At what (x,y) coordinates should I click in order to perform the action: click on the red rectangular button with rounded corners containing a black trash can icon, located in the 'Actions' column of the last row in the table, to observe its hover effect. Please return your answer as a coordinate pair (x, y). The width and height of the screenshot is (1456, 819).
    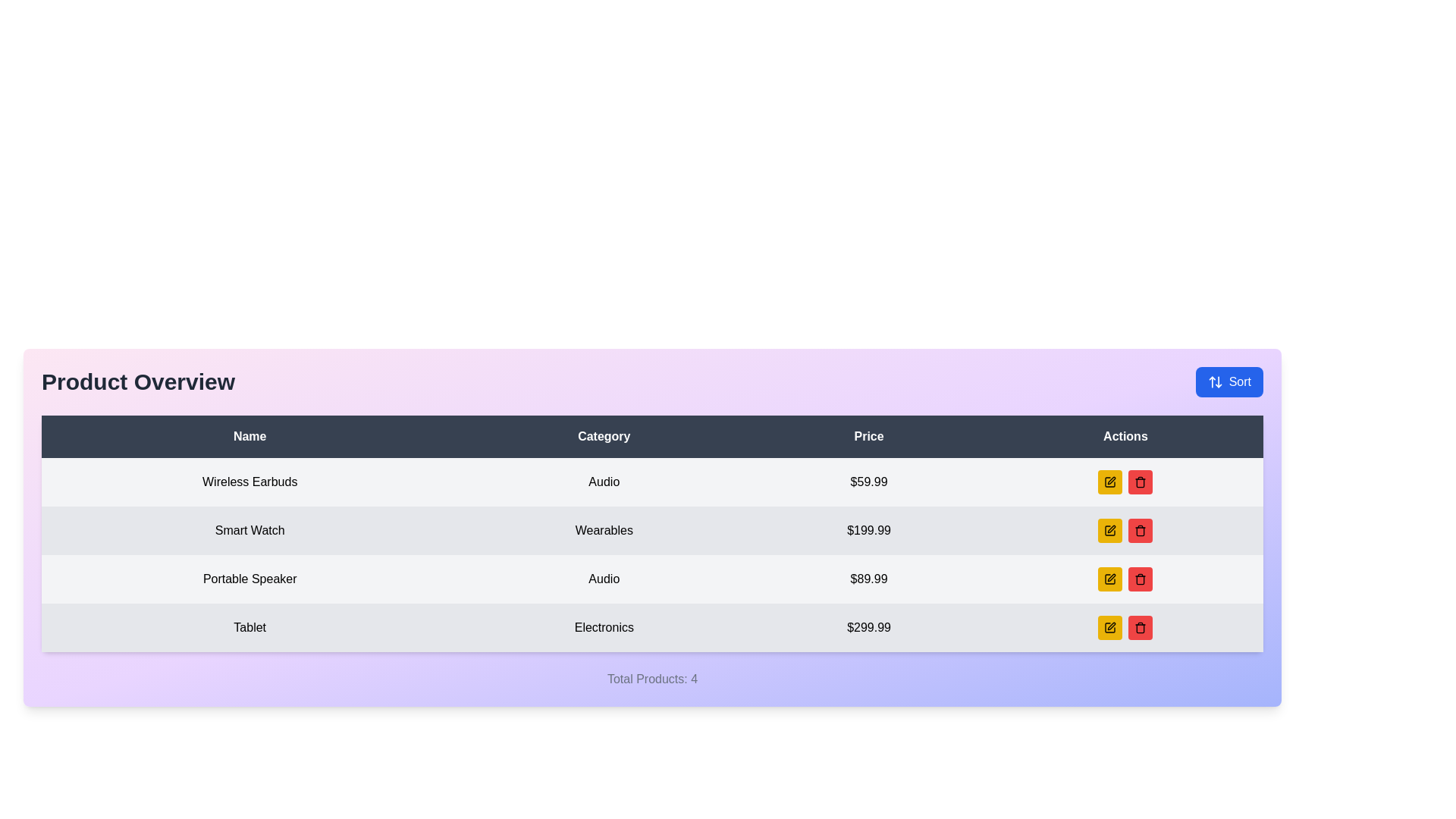
    Looking at the image, I should click on (1141, 628).